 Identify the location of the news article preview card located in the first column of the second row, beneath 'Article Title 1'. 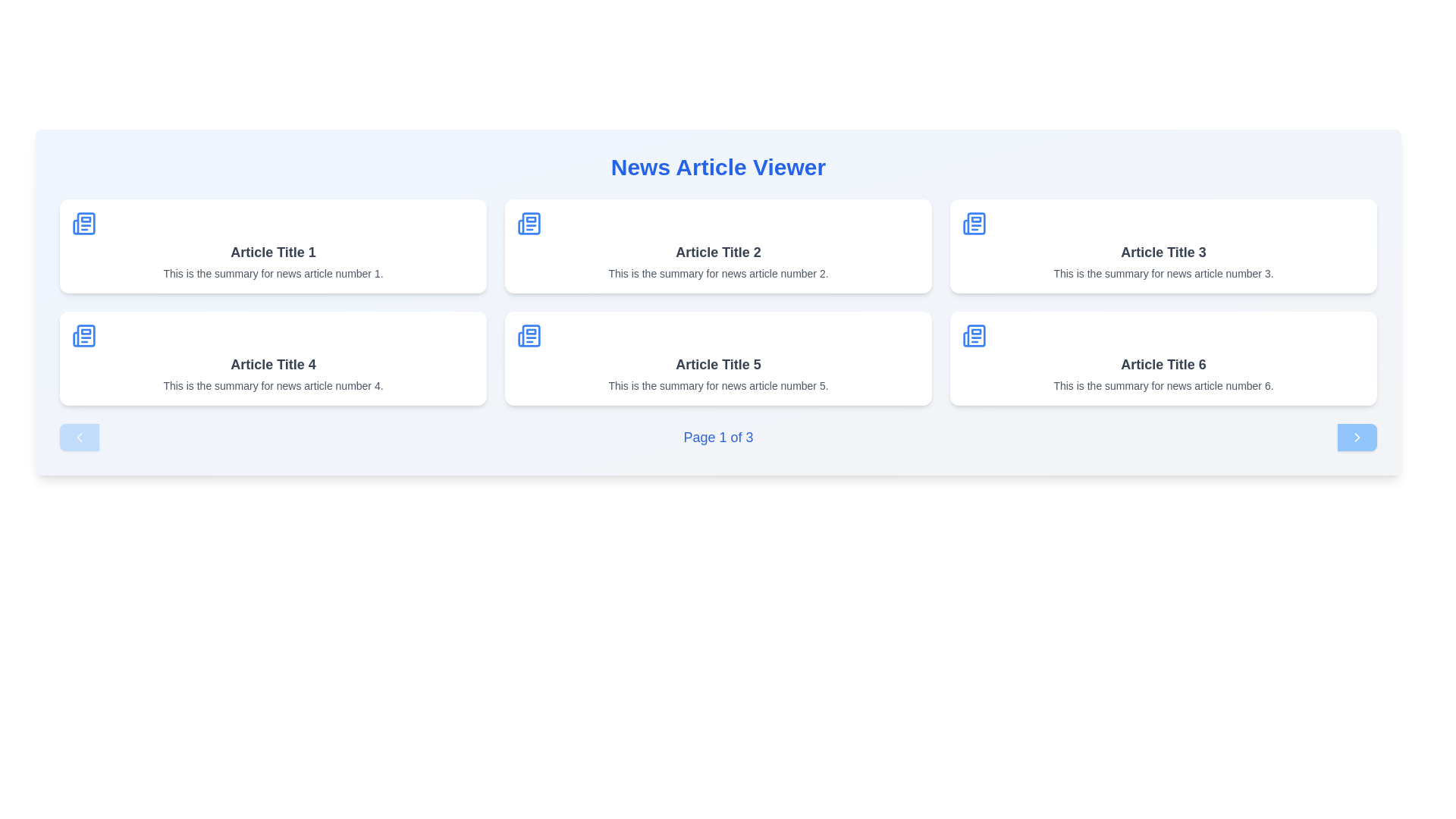
(273, 359).